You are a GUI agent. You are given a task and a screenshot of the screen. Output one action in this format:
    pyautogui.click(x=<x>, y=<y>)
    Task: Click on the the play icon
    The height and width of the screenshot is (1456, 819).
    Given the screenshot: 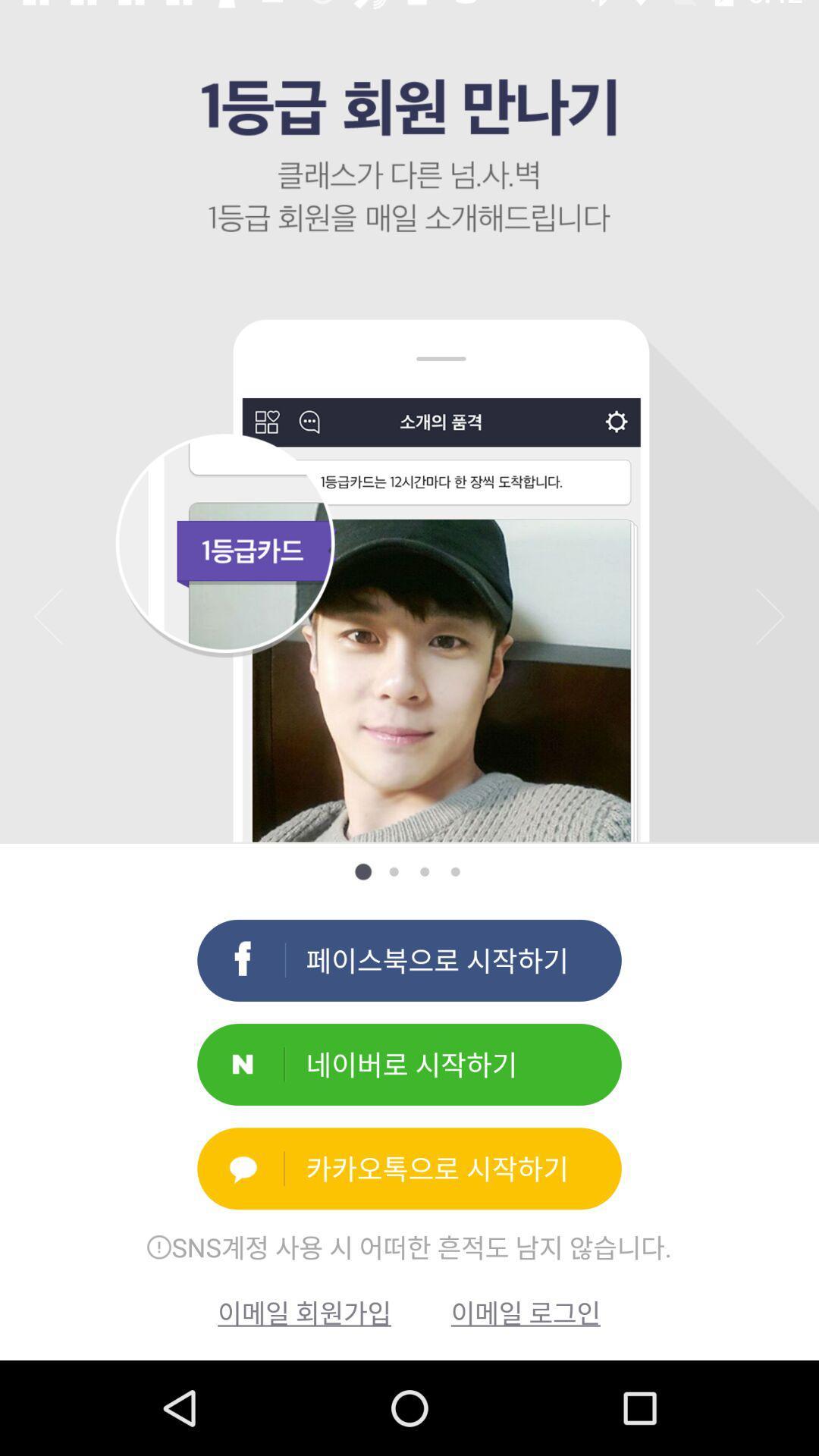 What is the action you would take?
    pyautogui.click(x=770, y=616)
    